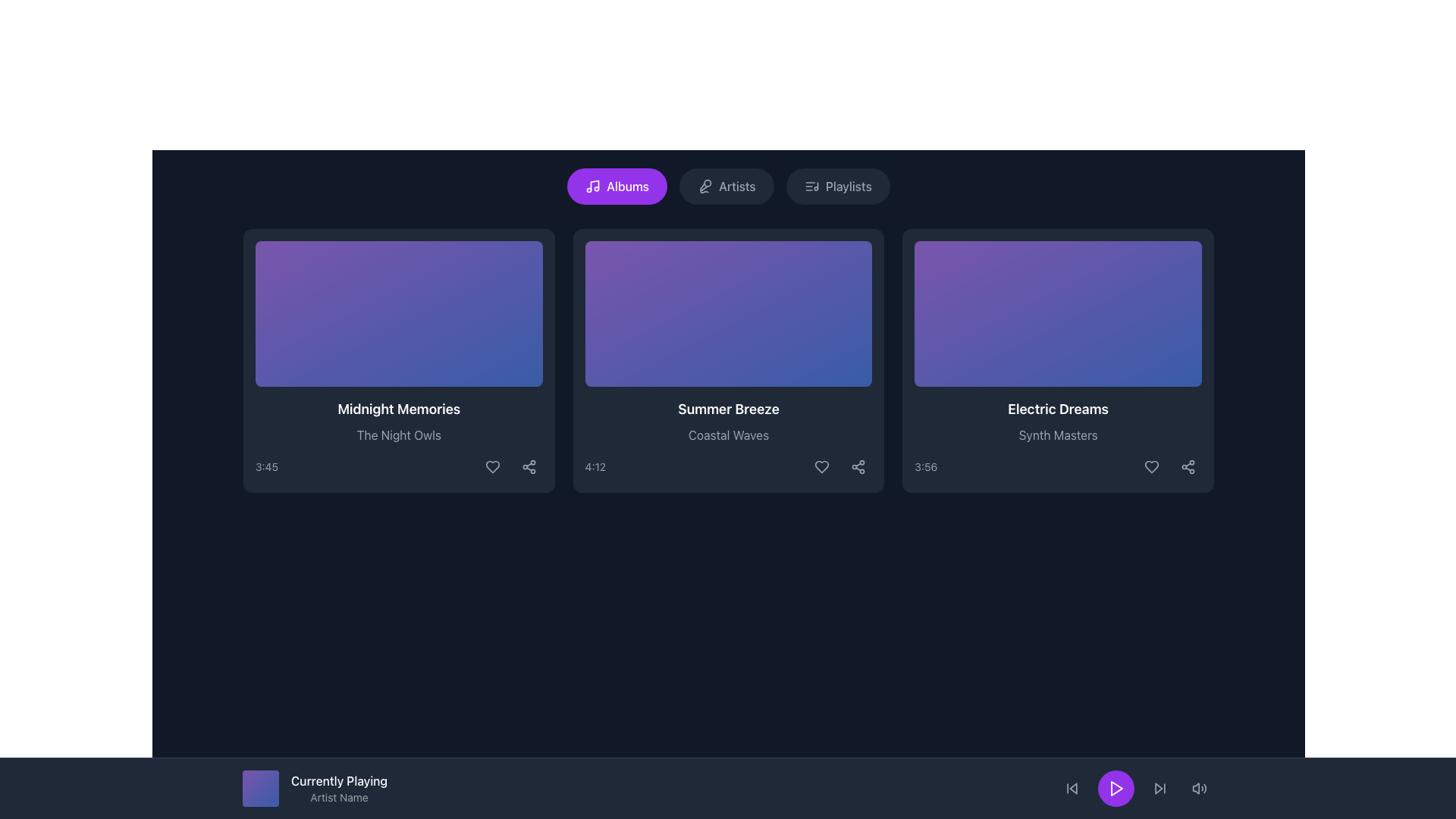 Image resolution: width=1456 pixels, height=819 pixels. I want to click on the sharing button for the 'Midnight Memories' album located at the bottom right corner of the album card, so click(529, 466).